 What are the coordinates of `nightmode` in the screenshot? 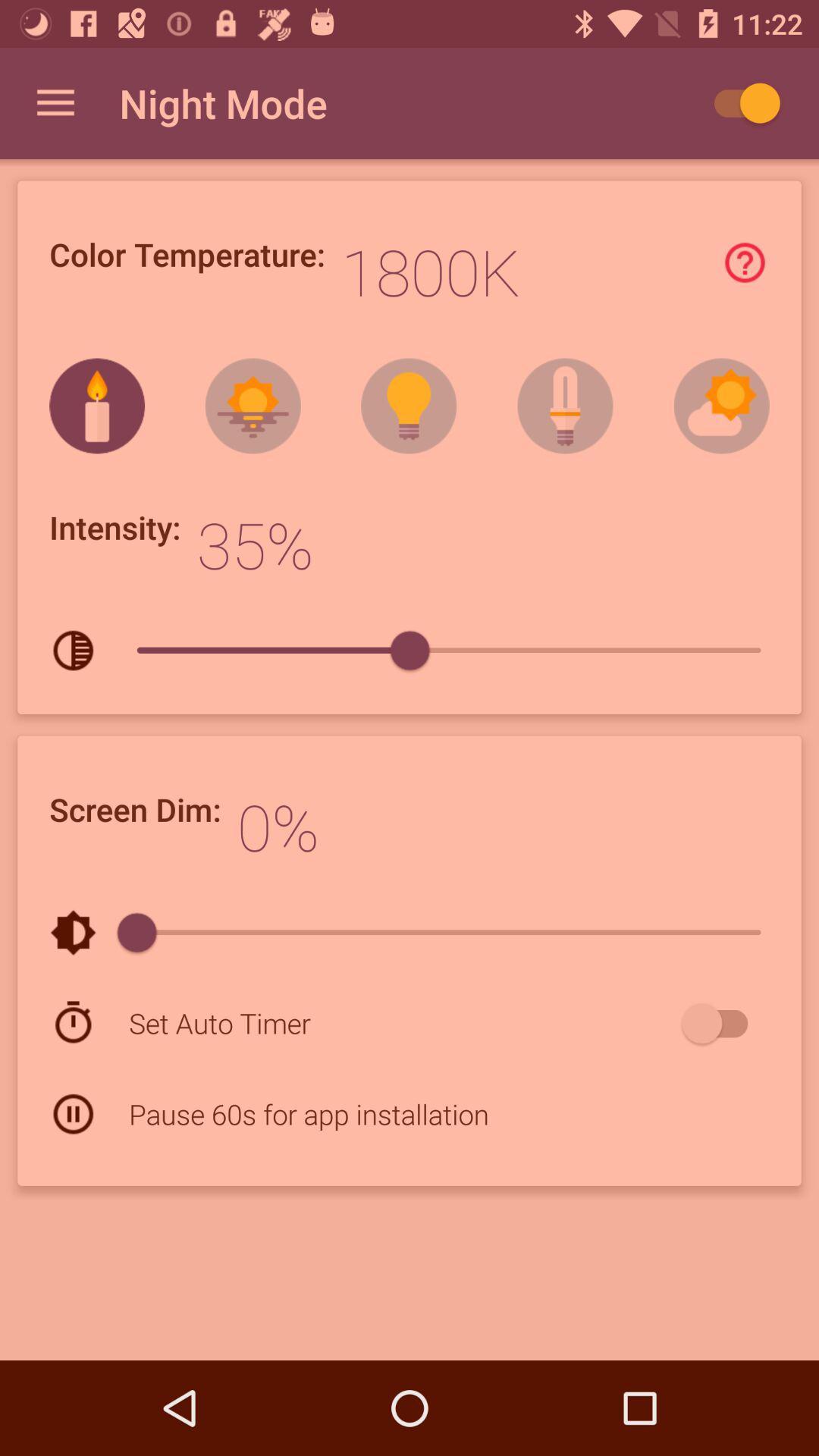 It's located at (739, 102).